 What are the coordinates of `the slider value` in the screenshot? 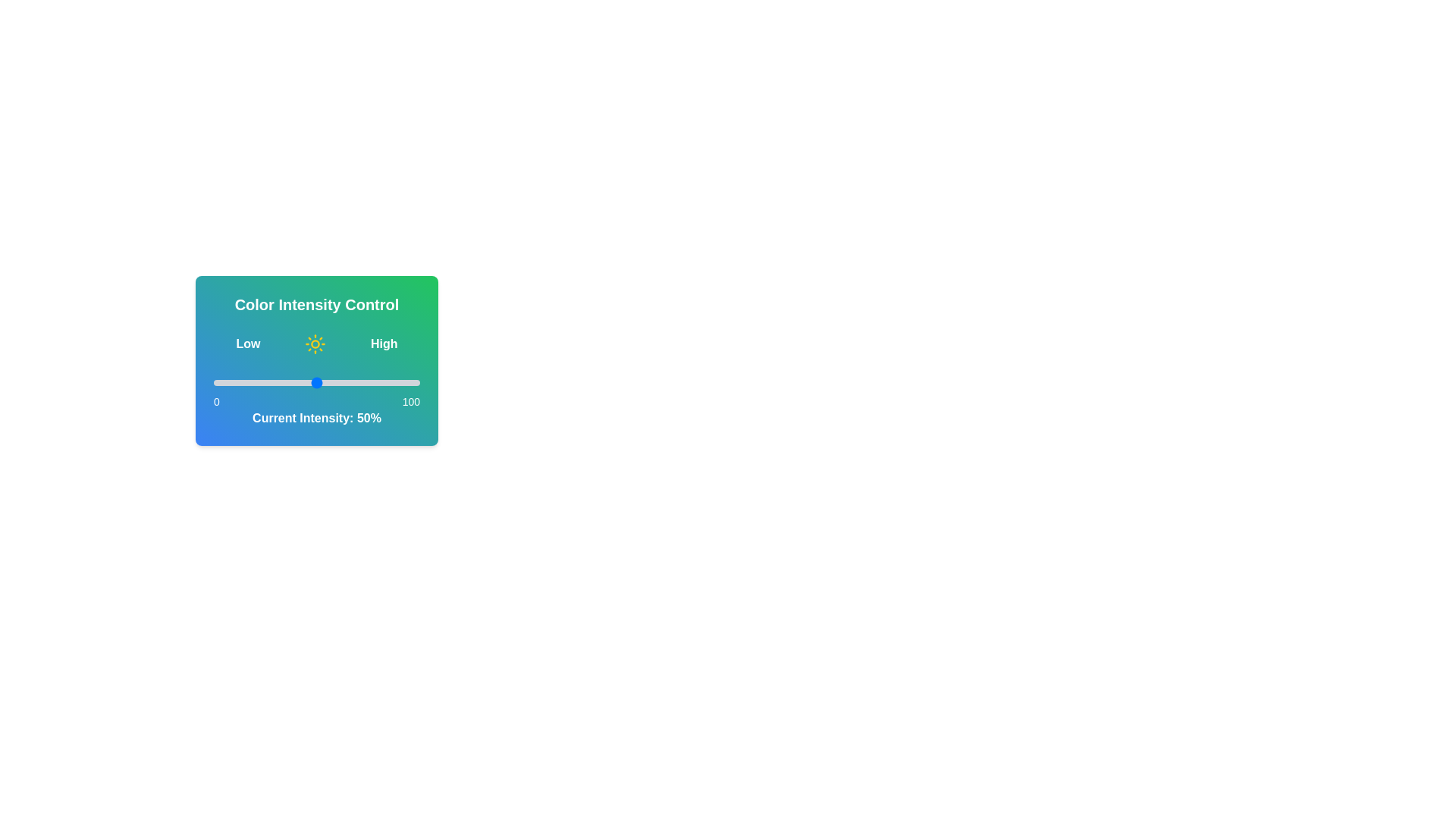 It's located at (330, 382).